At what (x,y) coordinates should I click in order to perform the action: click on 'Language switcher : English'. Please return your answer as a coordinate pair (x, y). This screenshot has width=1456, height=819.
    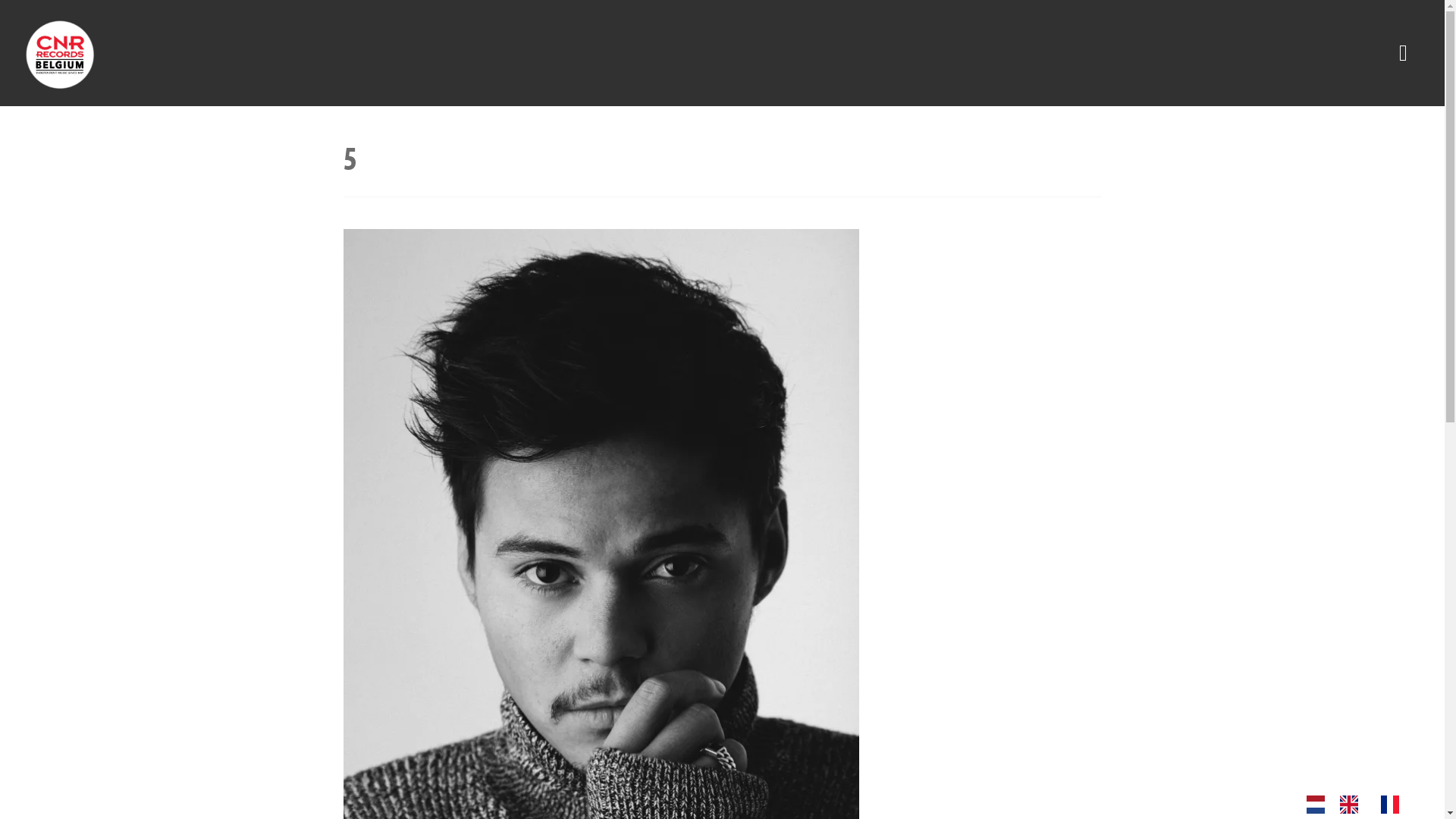
    Looking at the image, I should click on (1353, 802).